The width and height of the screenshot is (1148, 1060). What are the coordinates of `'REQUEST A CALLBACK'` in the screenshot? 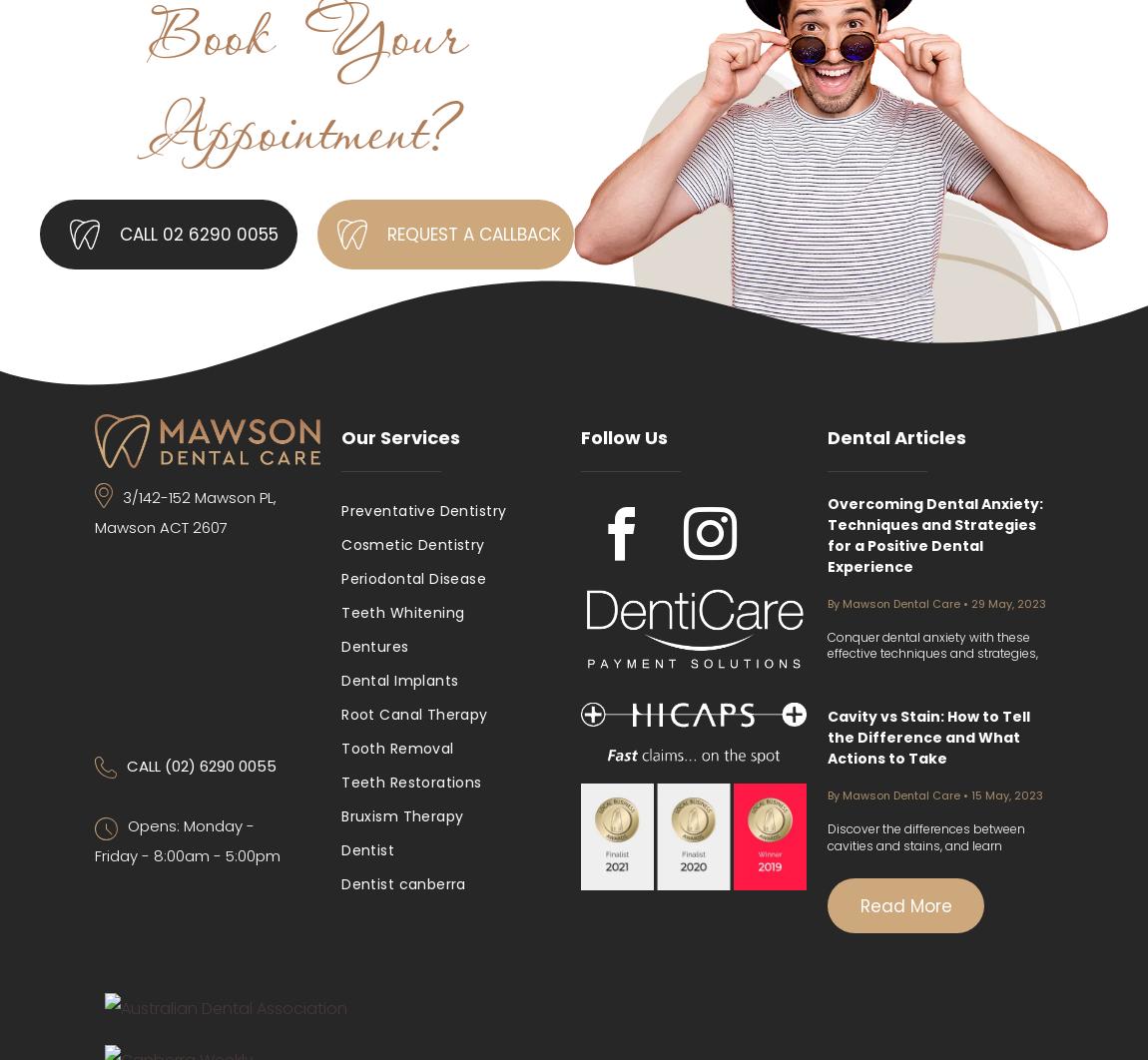 It's located at (473, 233).